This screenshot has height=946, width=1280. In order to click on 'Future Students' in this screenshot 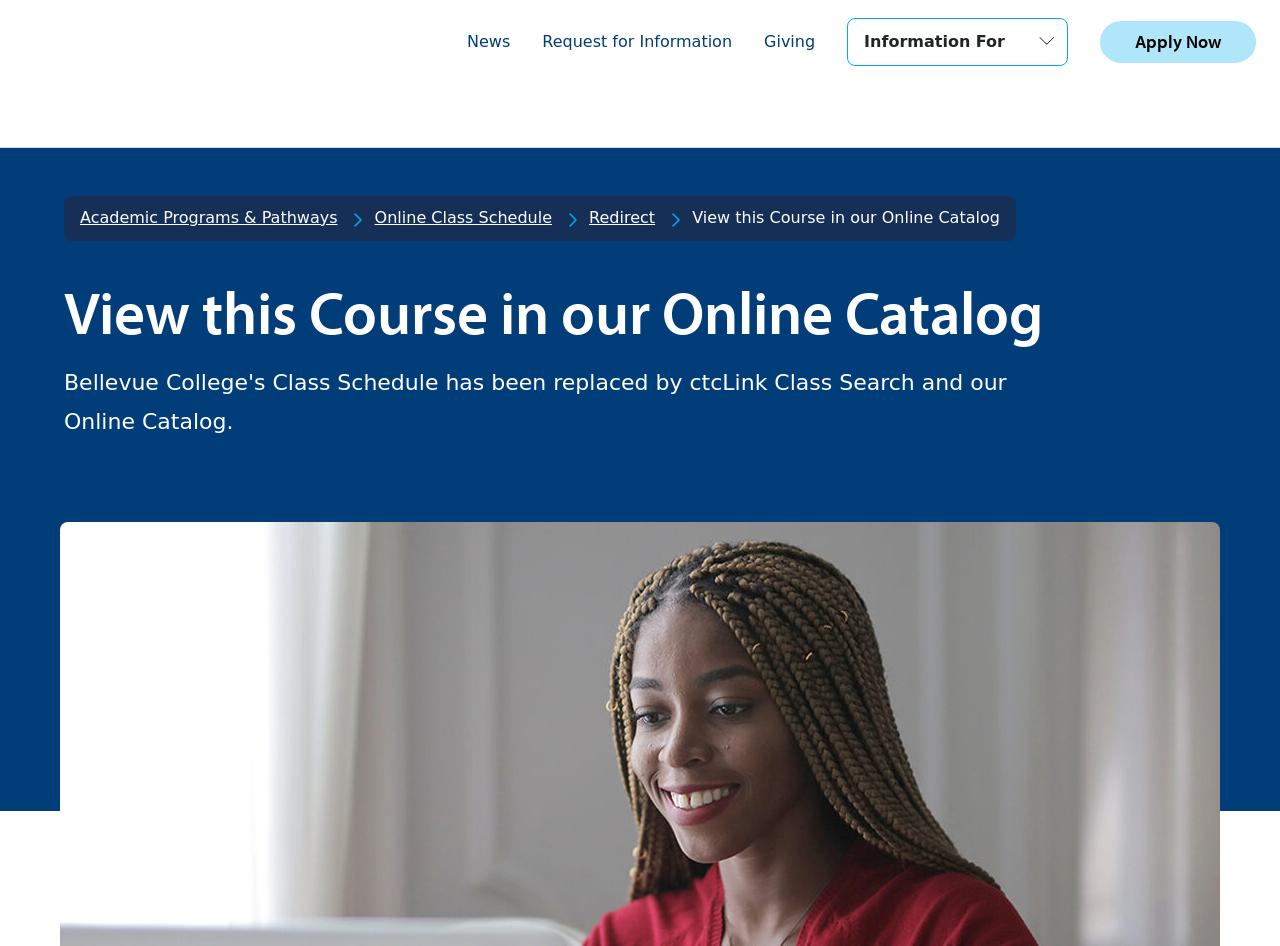, I will do `click(552, 710)`.